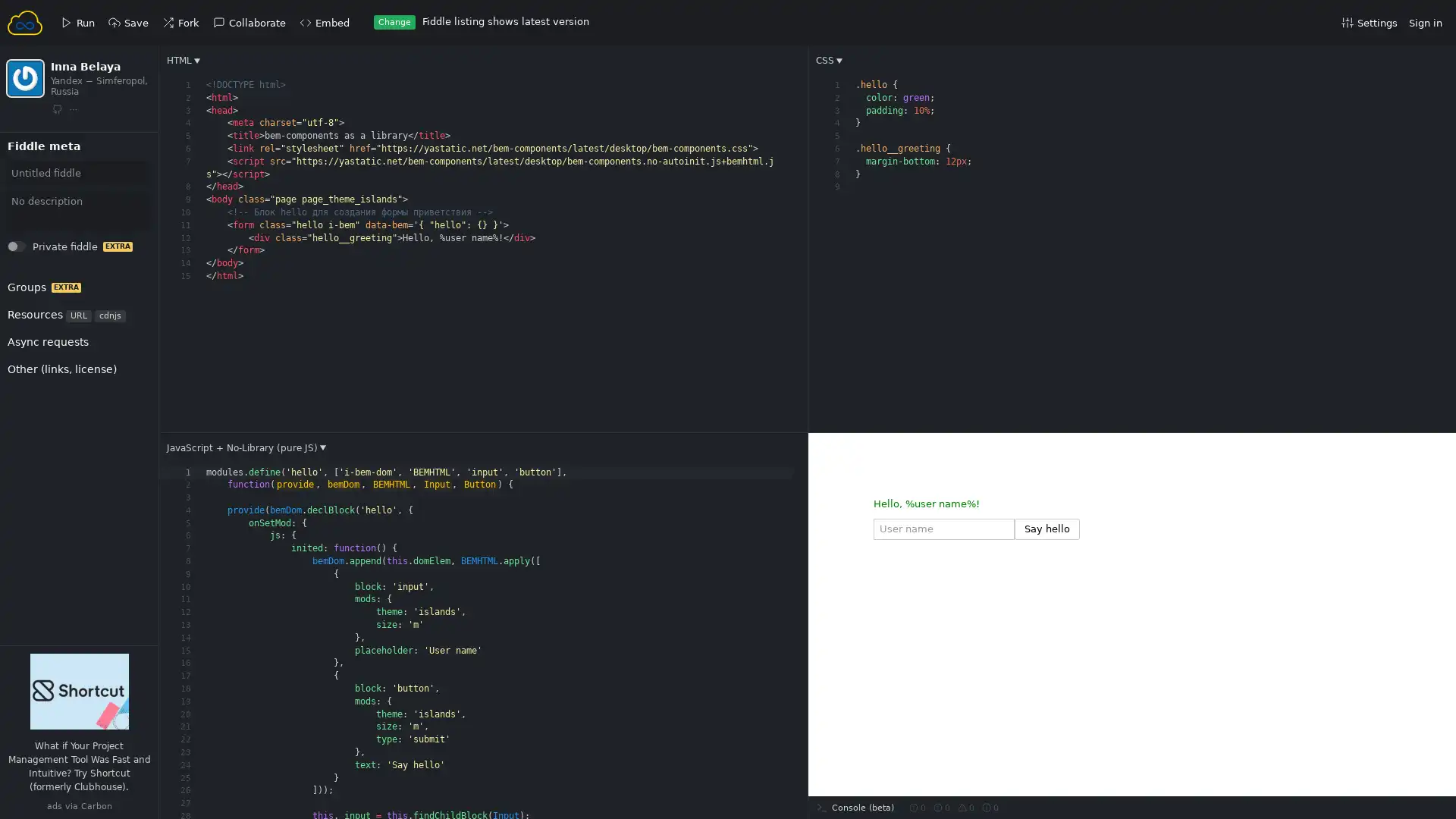  What do you see at coordinates (31, 163) in the screenshot?
I see `Fork` at bounding box center [31, 163].